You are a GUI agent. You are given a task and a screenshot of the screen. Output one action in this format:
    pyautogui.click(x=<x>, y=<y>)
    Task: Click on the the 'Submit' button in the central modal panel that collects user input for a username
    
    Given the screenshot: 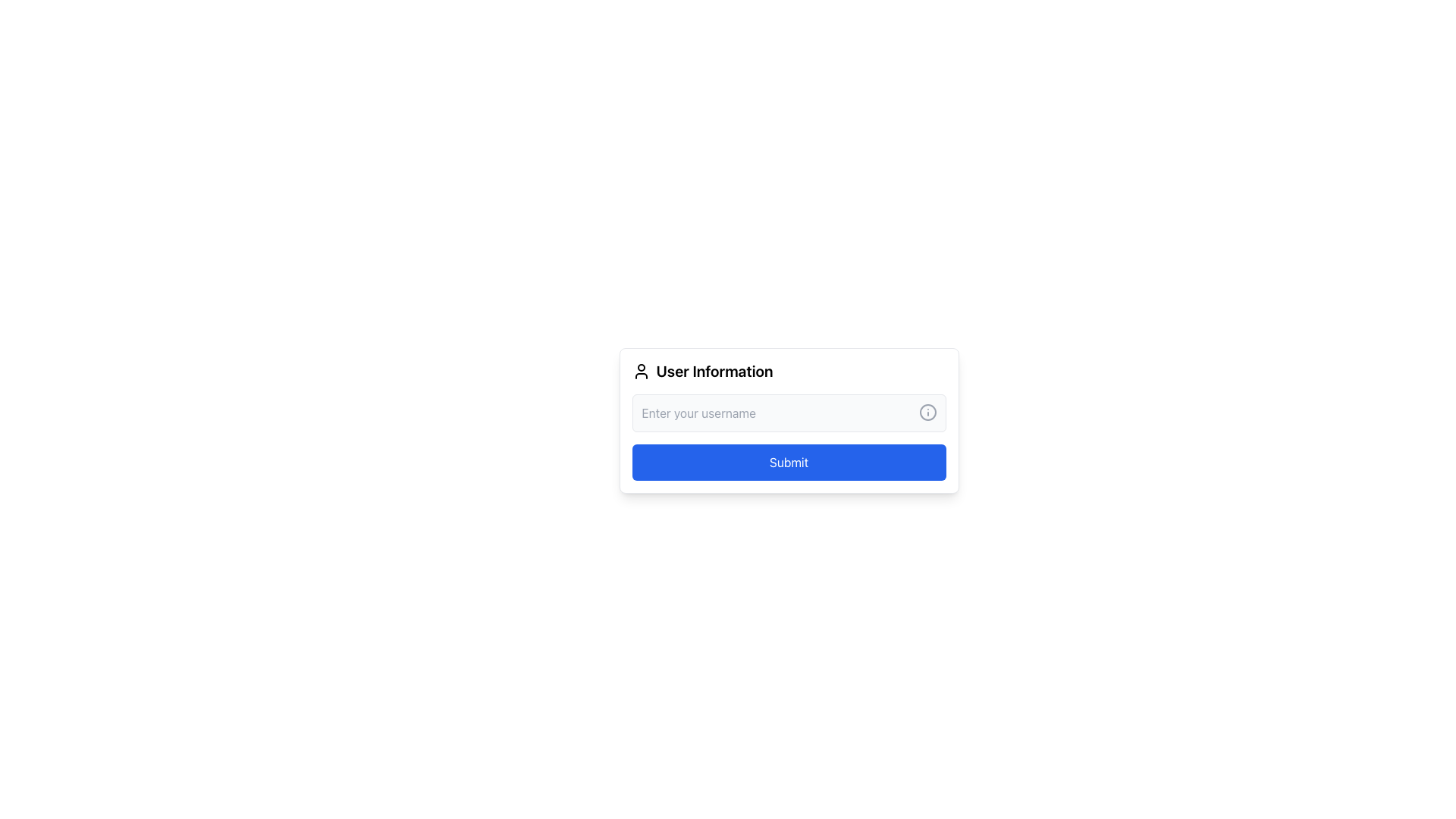 What is the action you would take?
    pyautogui.click(x=789, y=494)
    